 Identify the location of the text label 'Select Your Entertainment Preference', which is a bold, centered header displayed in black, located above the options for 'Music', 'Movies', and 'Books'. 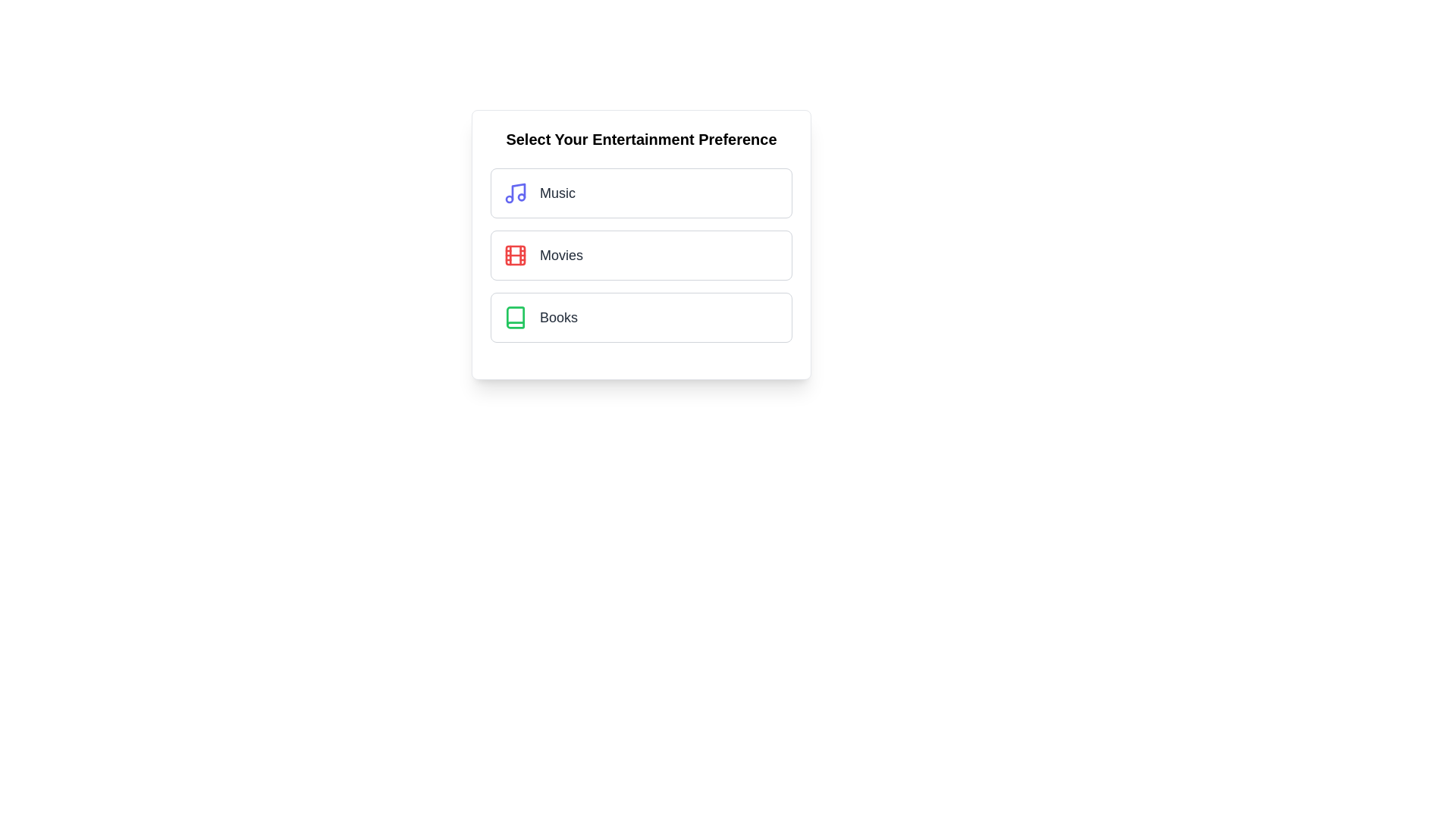
(641, 140).